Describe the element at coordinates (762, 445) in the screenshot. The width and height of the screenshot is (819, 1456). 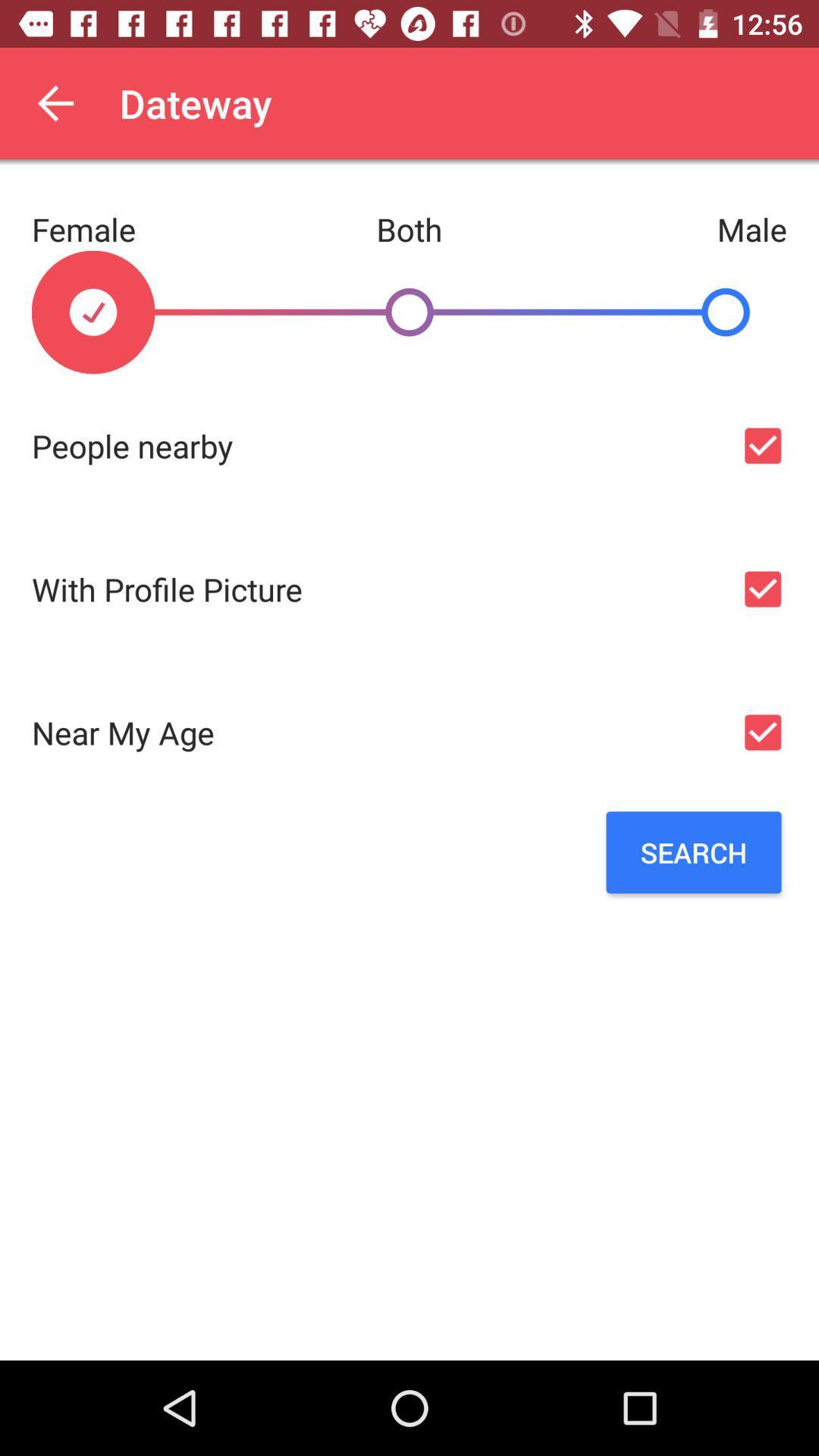
I see `people nearby` at that location.